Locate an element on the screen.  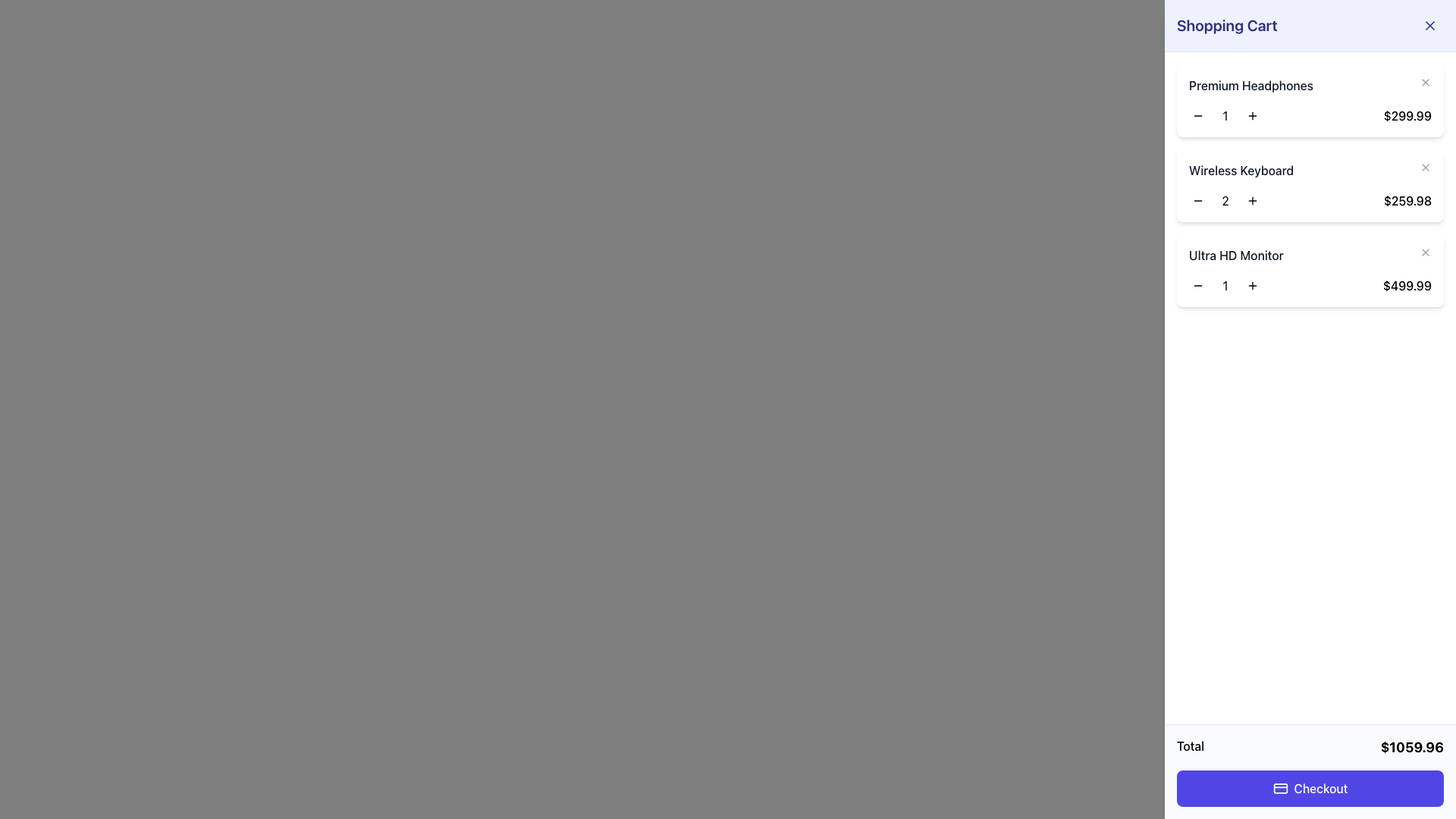
the increment button for increasing the quantity of the Ultra HD Monitor item, located at the bottom right of the cart content is located at coordinates (1252, 286).